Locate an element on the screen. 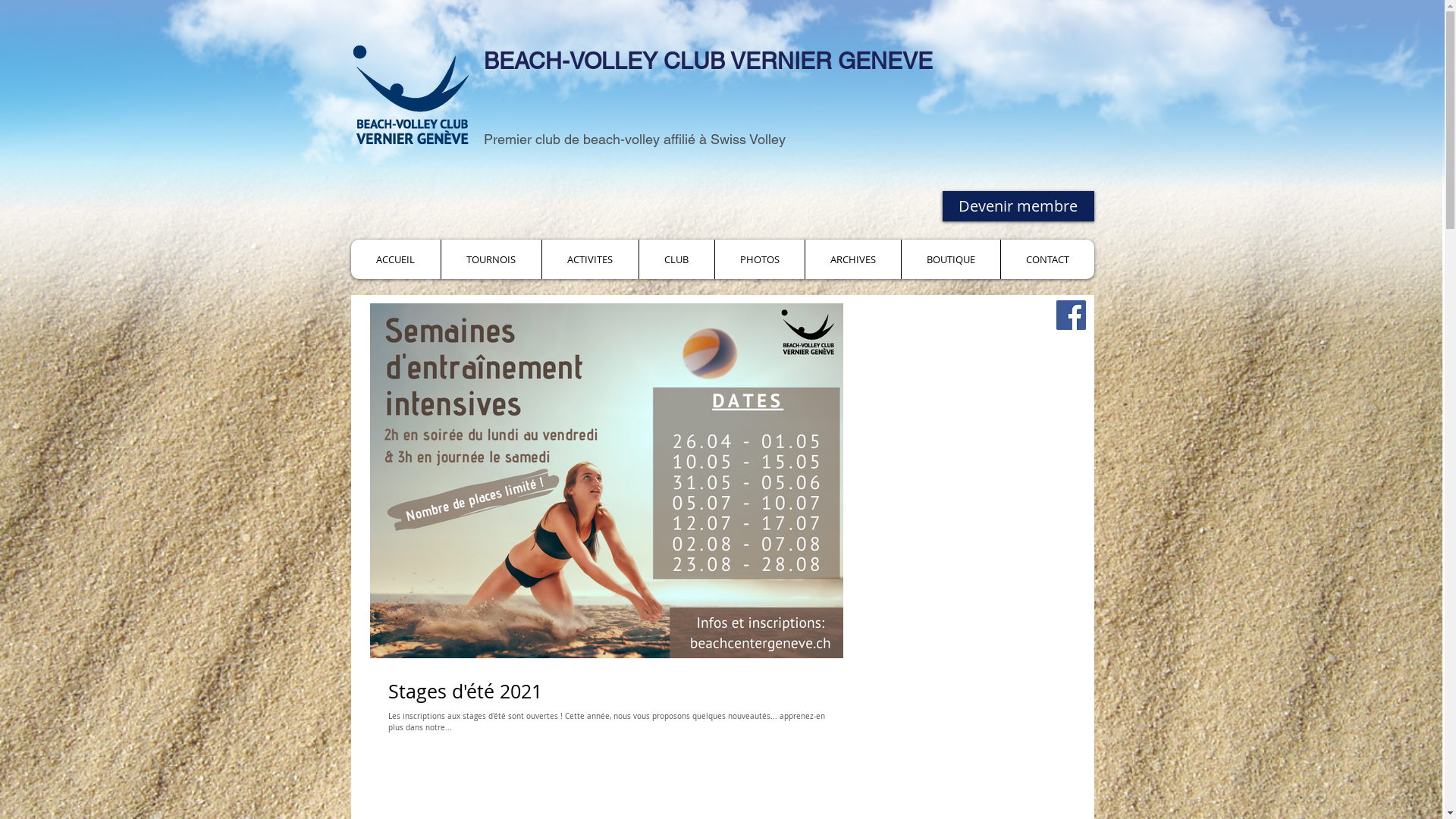 This screenshot has width=1456, height=819. 'TOURNOIS' is located at coordinates (439, 259).